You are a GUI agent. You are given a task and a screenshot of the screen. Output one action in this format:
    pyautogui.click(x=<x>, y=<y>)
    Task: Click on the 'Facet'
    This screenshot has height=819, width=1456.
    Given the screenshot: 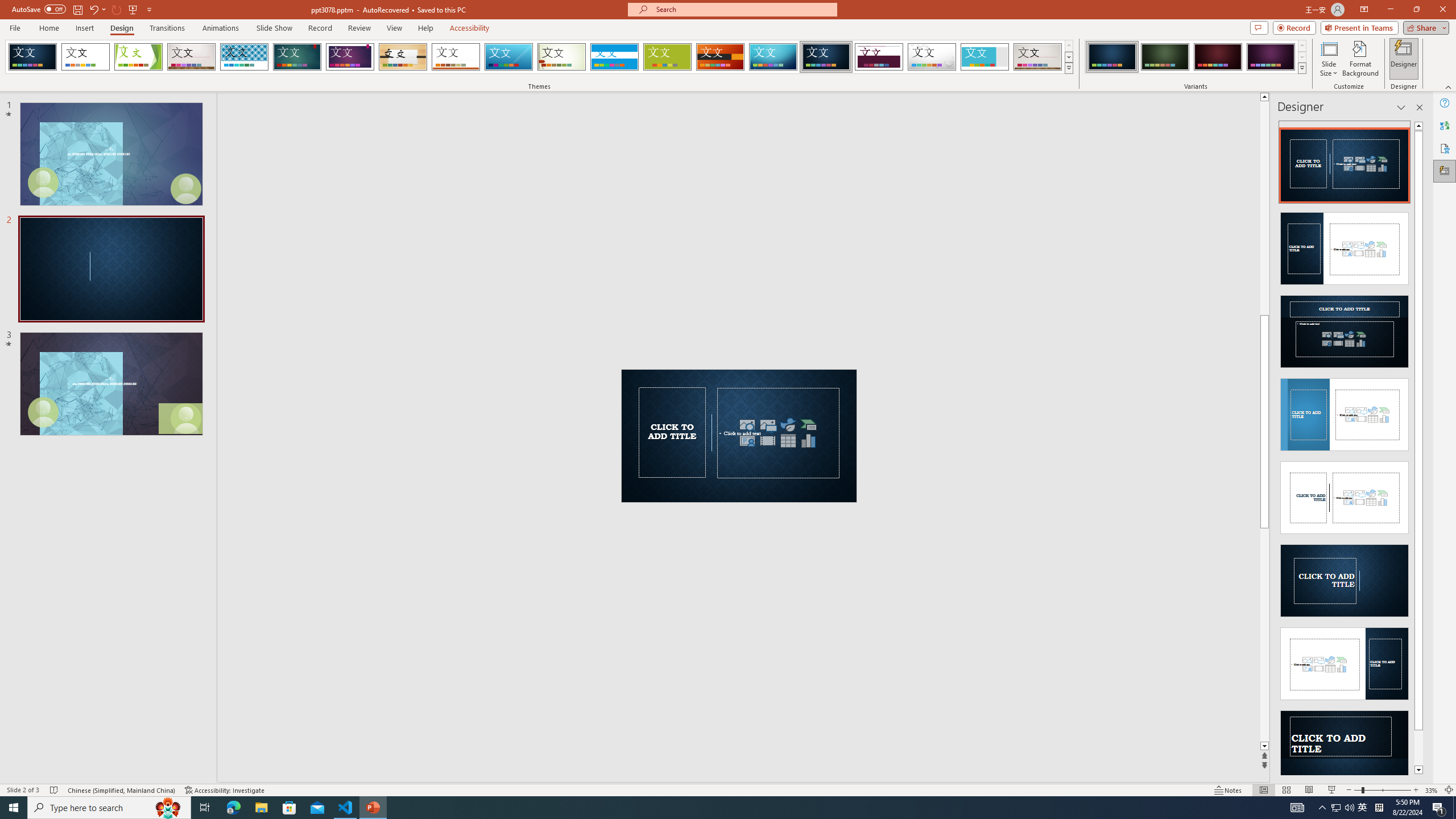 What is the action you would take?
    pyautogui.click(x=138, y=56)
    